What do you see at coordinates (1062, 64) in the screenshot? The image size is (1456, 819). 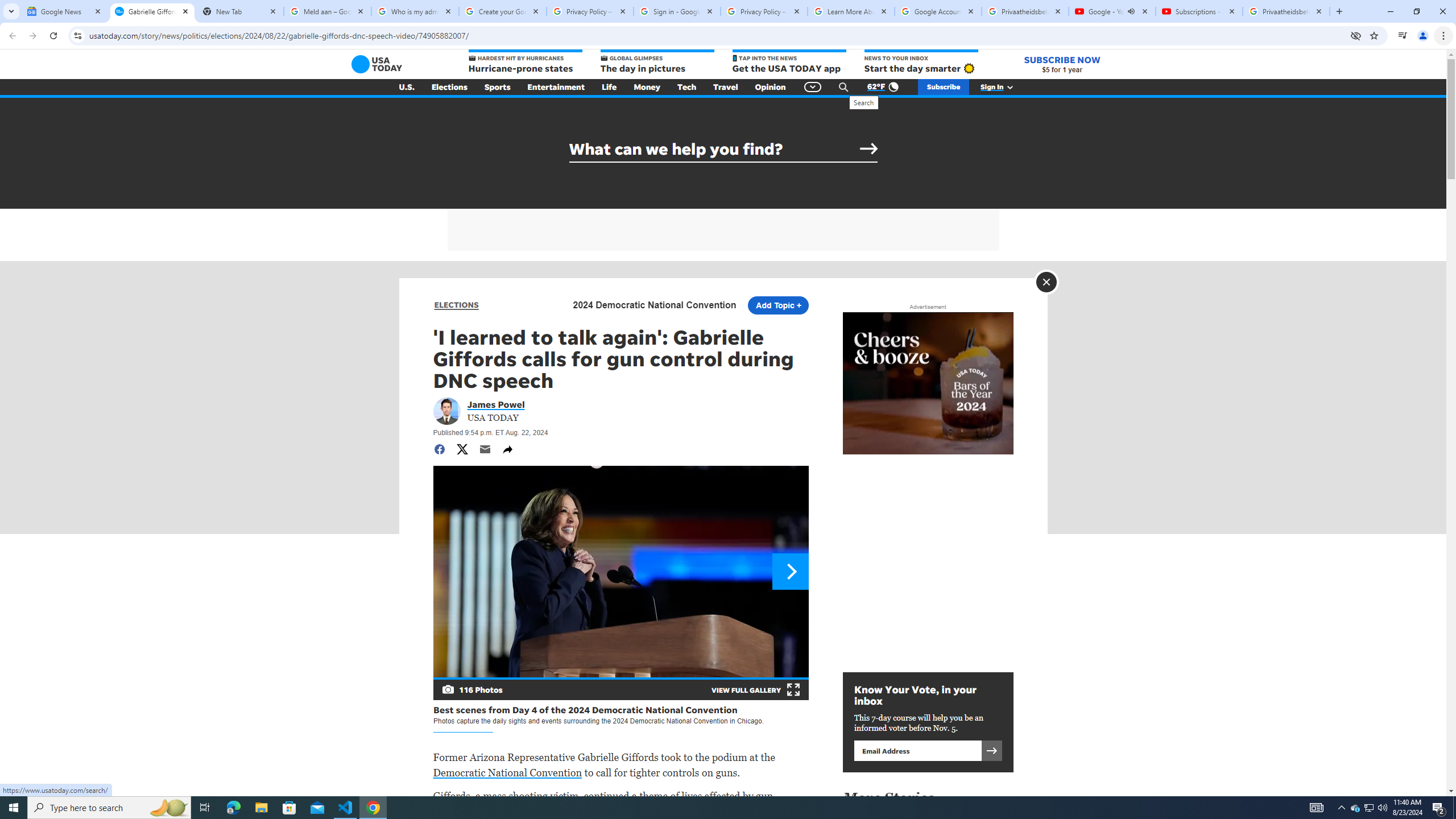 I see `'SUBSCRIBE NOW $5 for 1 year'` at bounding box center [1062, 64].